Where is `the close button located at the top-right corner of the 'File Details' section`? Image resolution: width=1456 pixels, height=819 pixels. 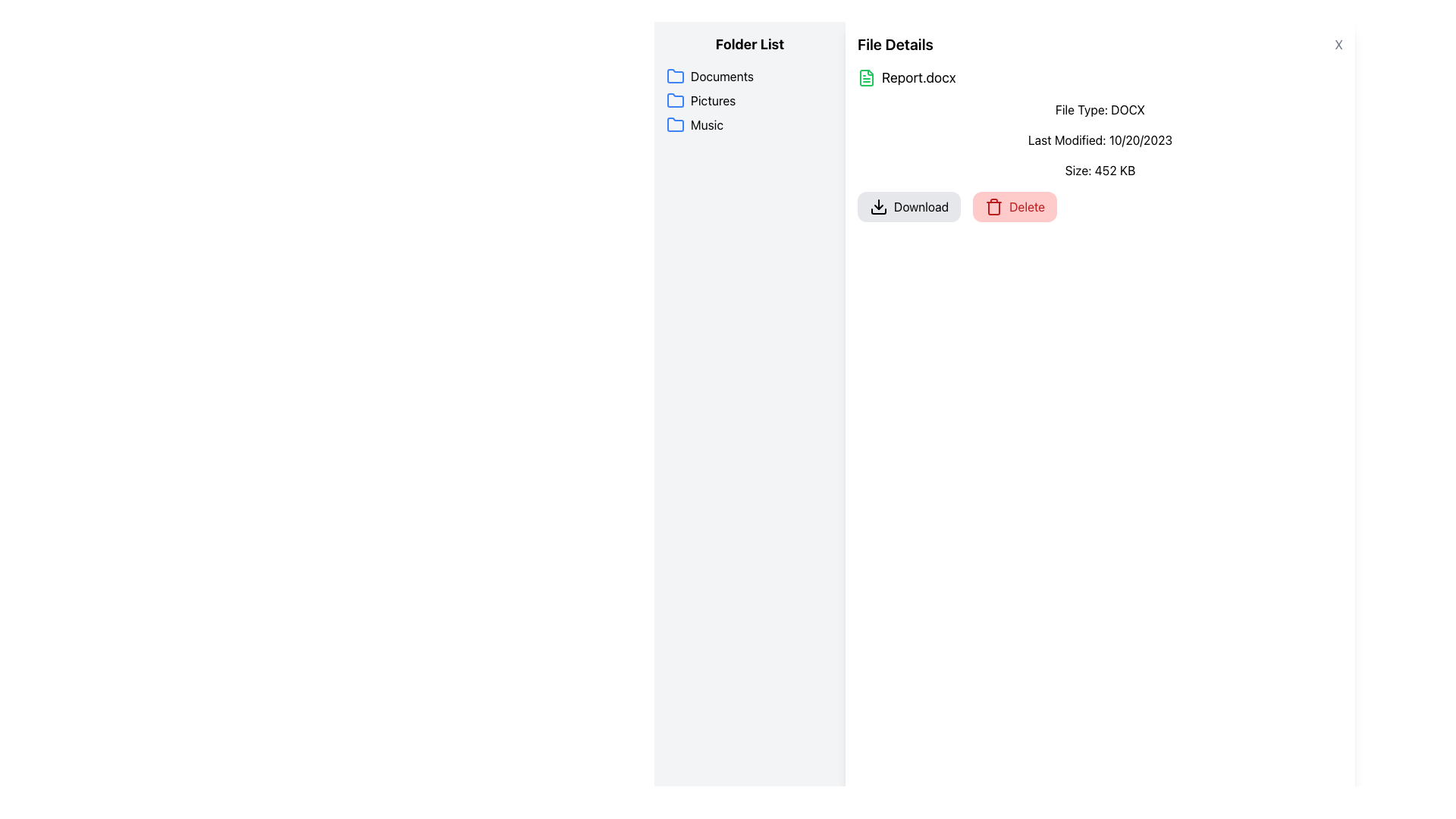 the close button located at the top-right corner of the 'File Details' section is located at coordinates (1338, 43).